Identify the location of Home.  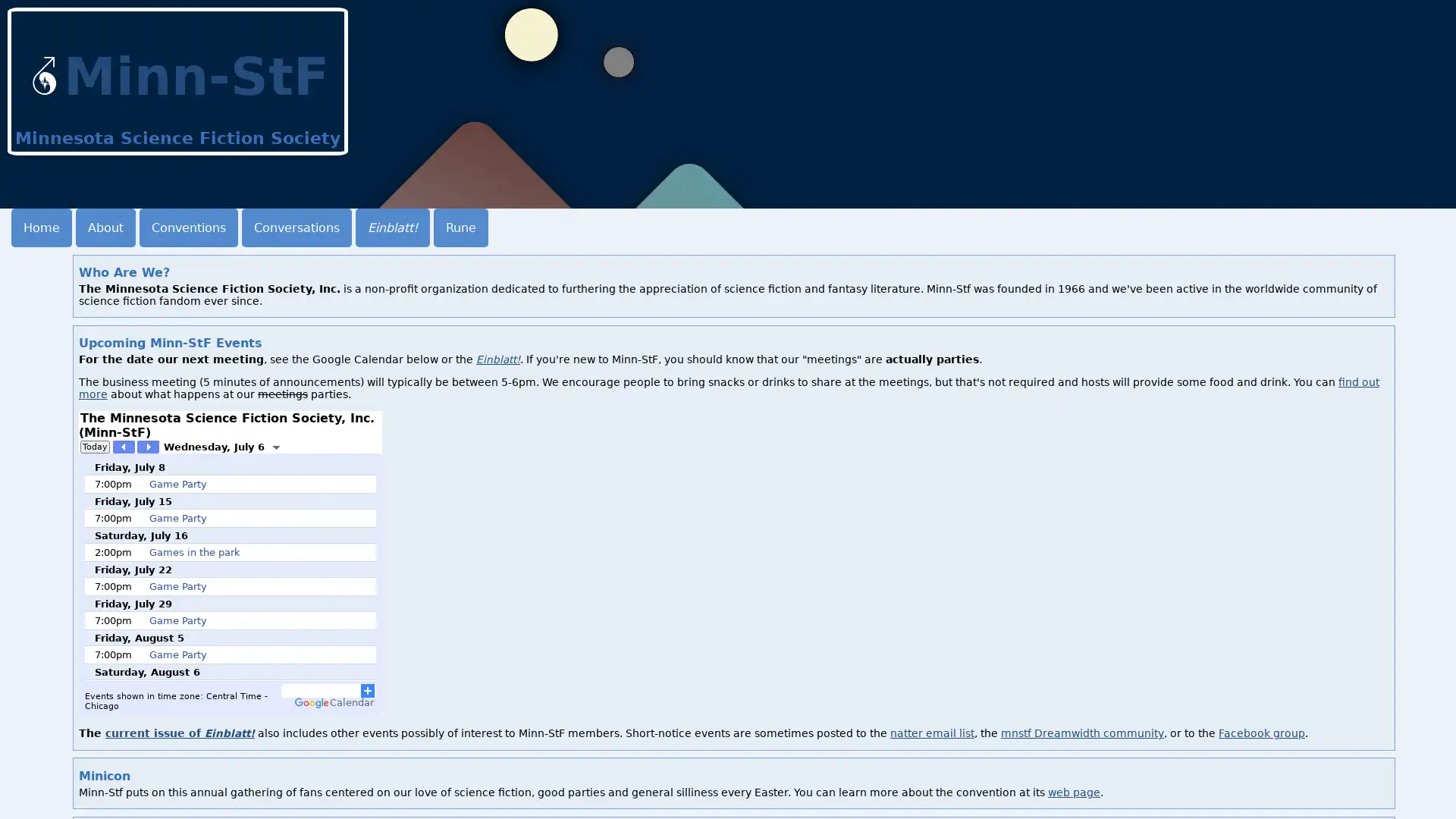
(41, 227).